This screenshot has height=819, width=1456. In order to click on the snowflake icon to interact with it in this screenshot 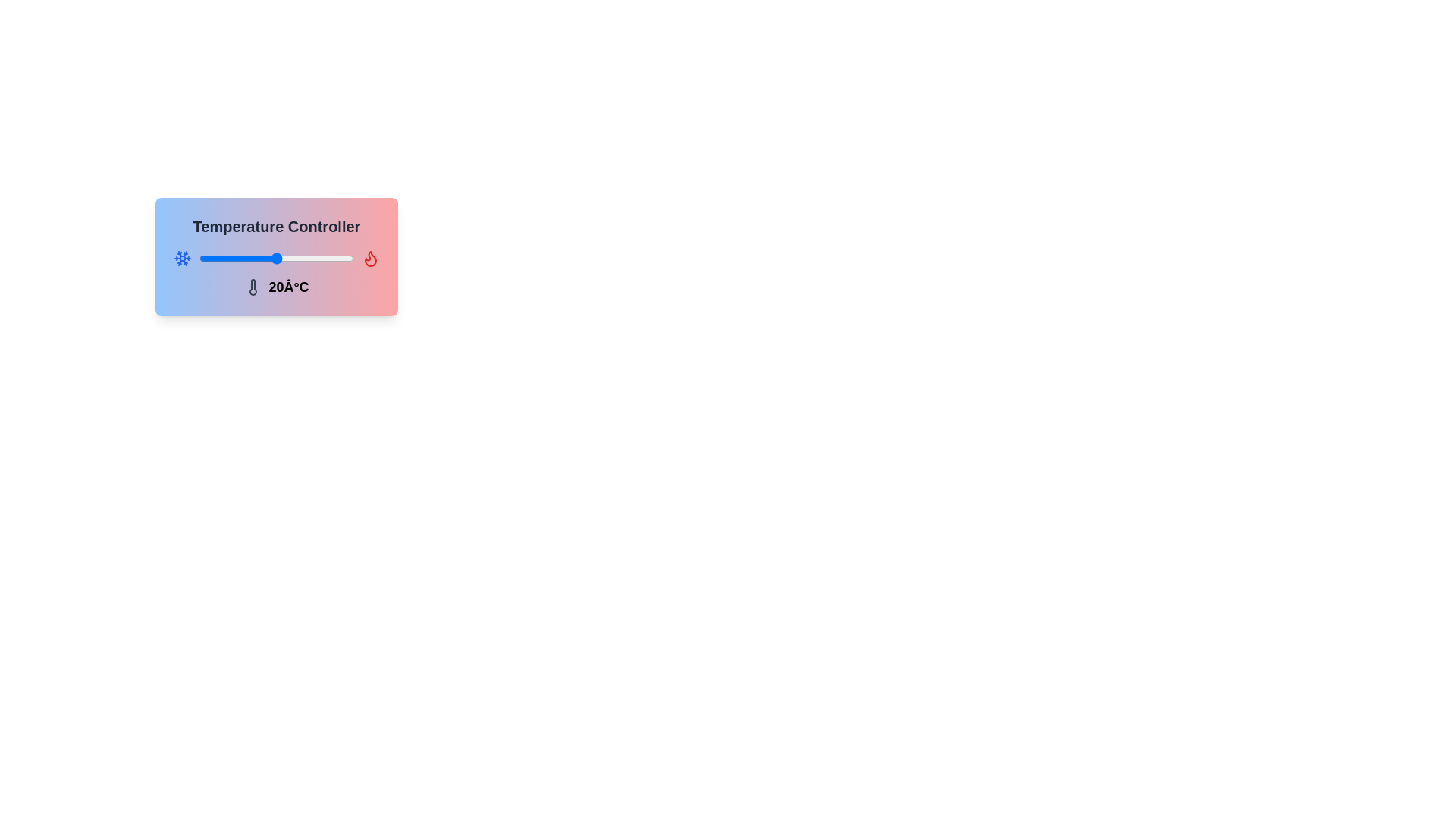, I will do `click(182, 257)`.